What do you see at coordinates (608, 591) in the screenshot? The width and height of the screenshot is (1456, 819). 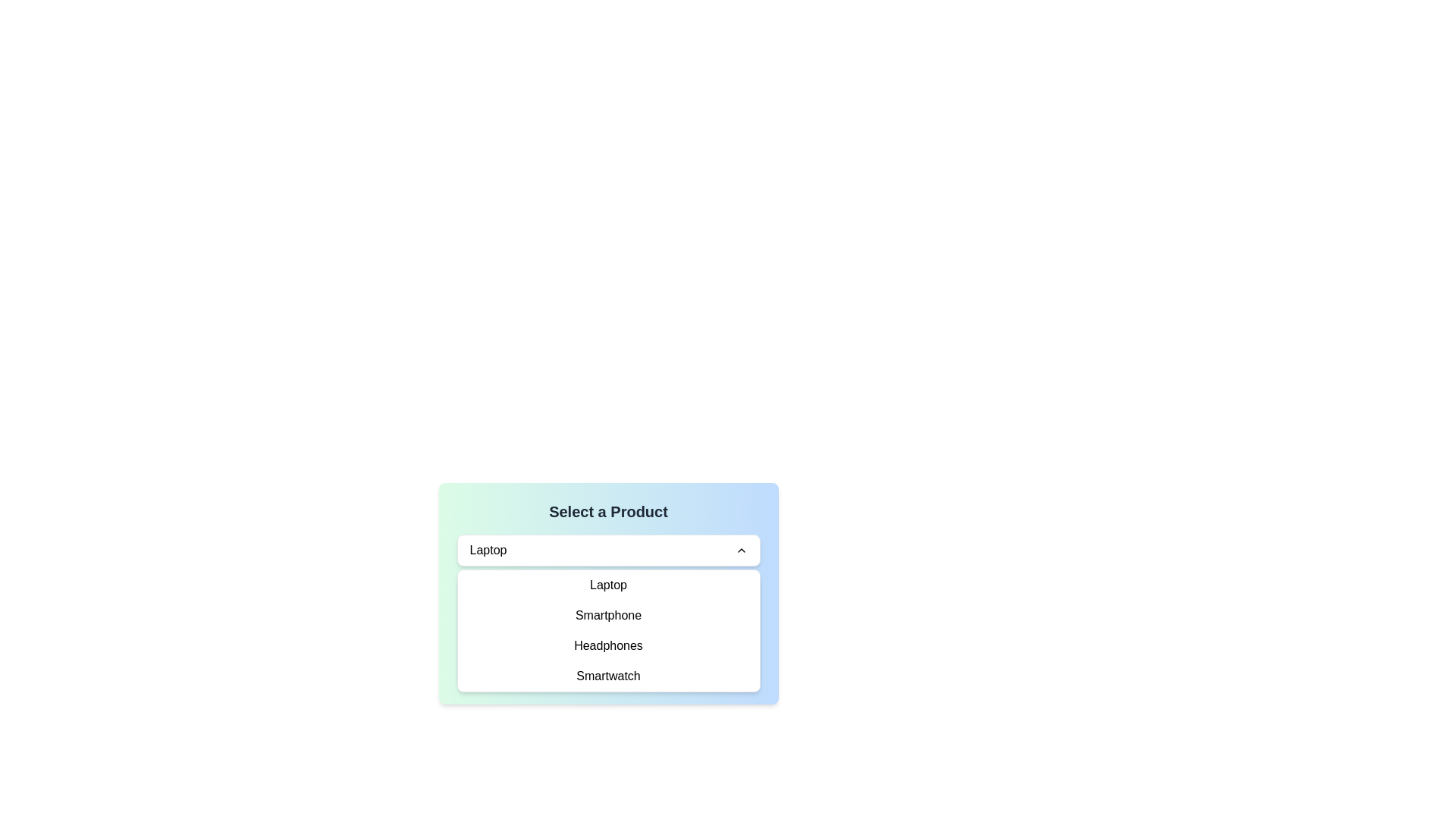 I see `the 'Laptop' option in the dropdown menu` at bounding box center [608, 591].